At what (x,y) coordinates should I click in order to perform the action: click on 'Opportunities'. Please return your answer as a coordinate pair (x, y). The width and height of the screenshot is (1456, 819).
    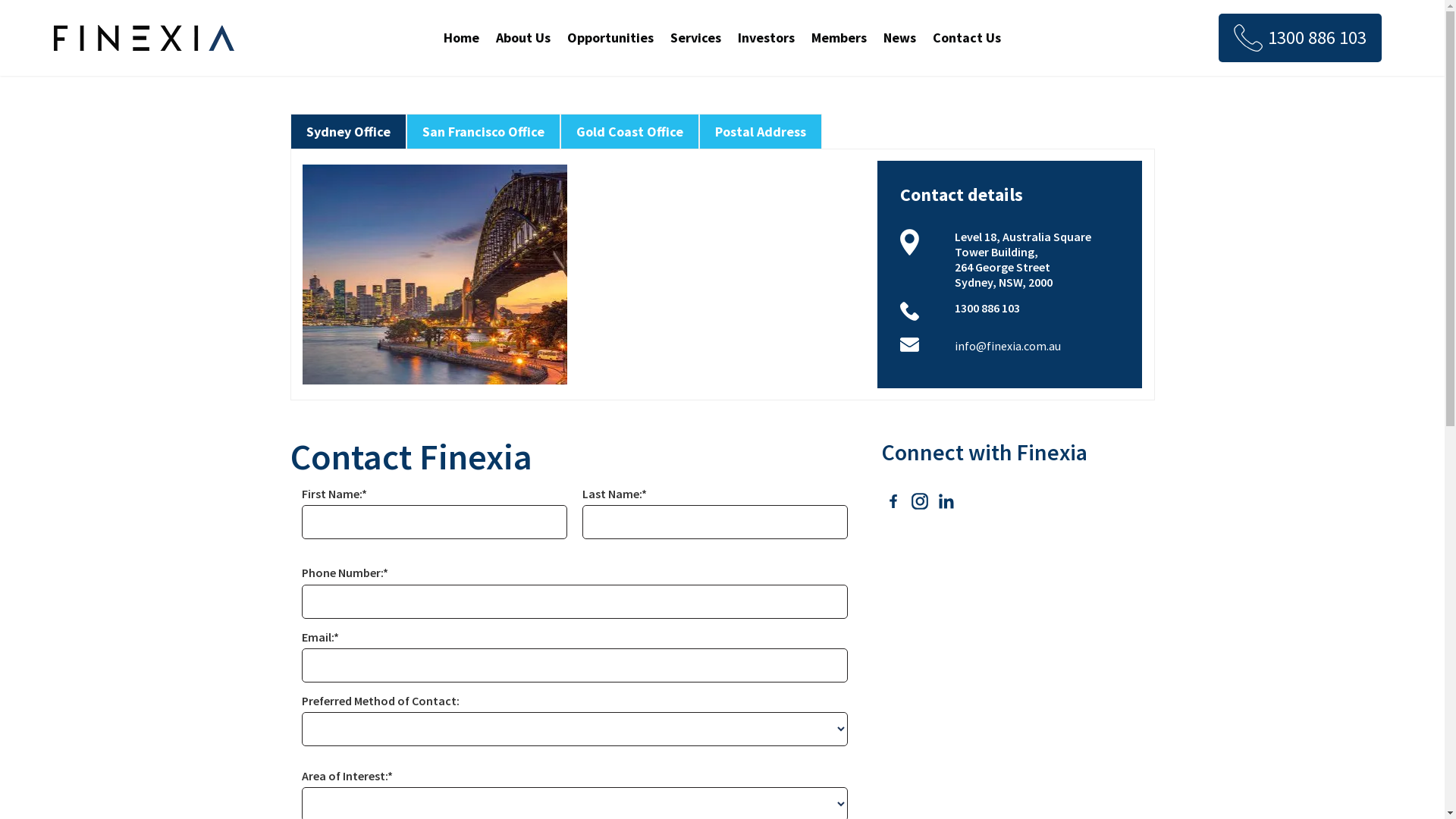
    Looking at the image, I should click on (610, 37).